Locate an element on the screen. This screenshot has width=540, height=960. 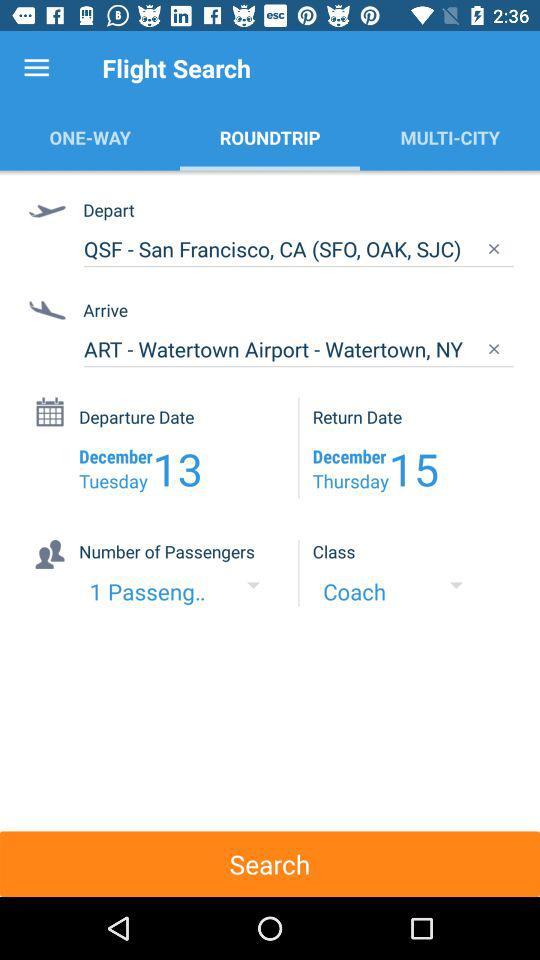
arrive icon which is before arrive on the page is located at coordinates (50, 312).